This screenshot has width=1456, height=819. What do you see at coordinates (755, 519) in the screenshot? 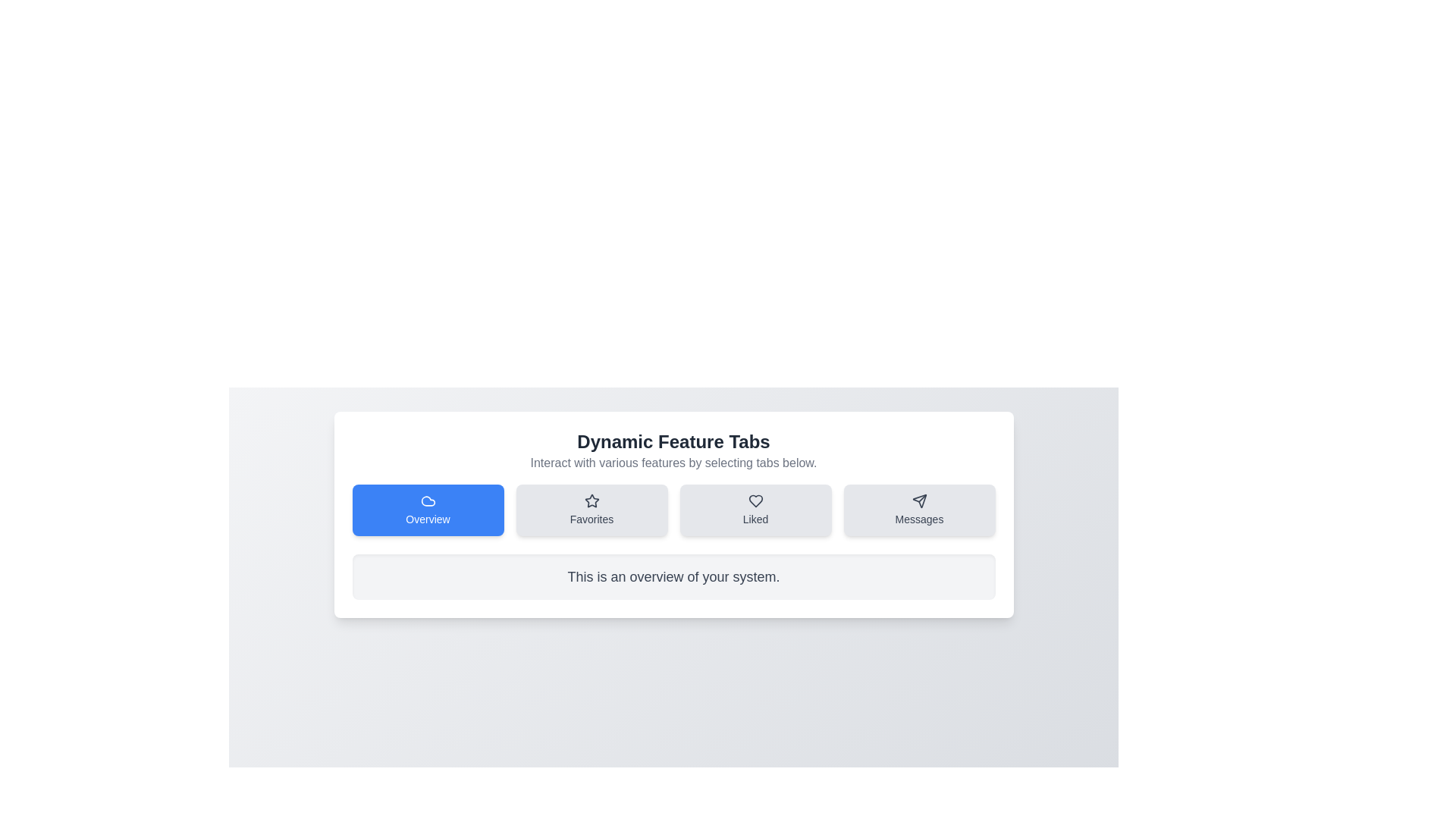
I see `the 'Liked' text label, which is displayed in a medium-sized sans-serif font below a heart icon and is part of the interactive options under 'Dynamic Feature Tabs'` at bounding box center [755, 519].